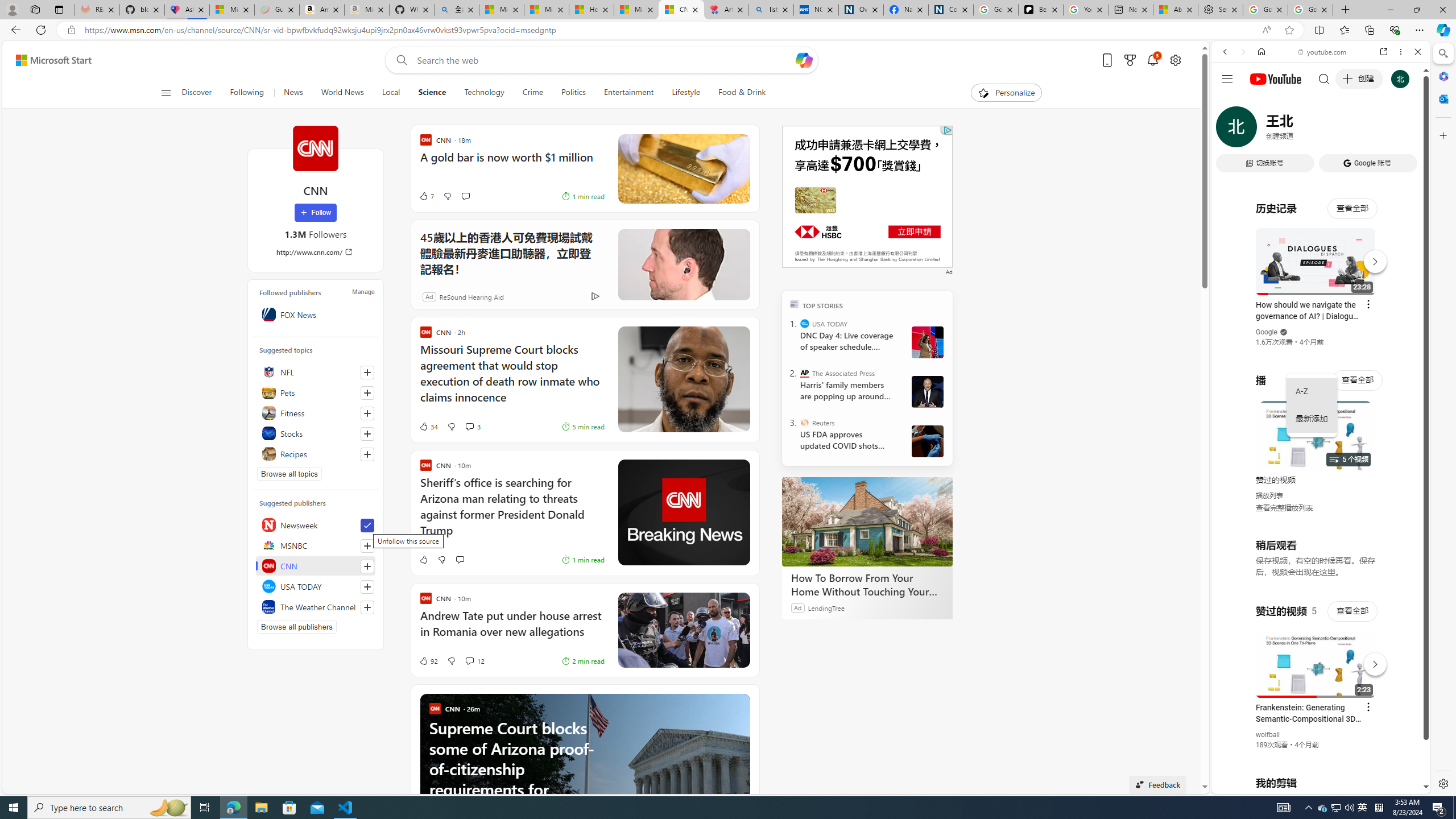  I want to click on 'A-Z', so click(1312, 392).